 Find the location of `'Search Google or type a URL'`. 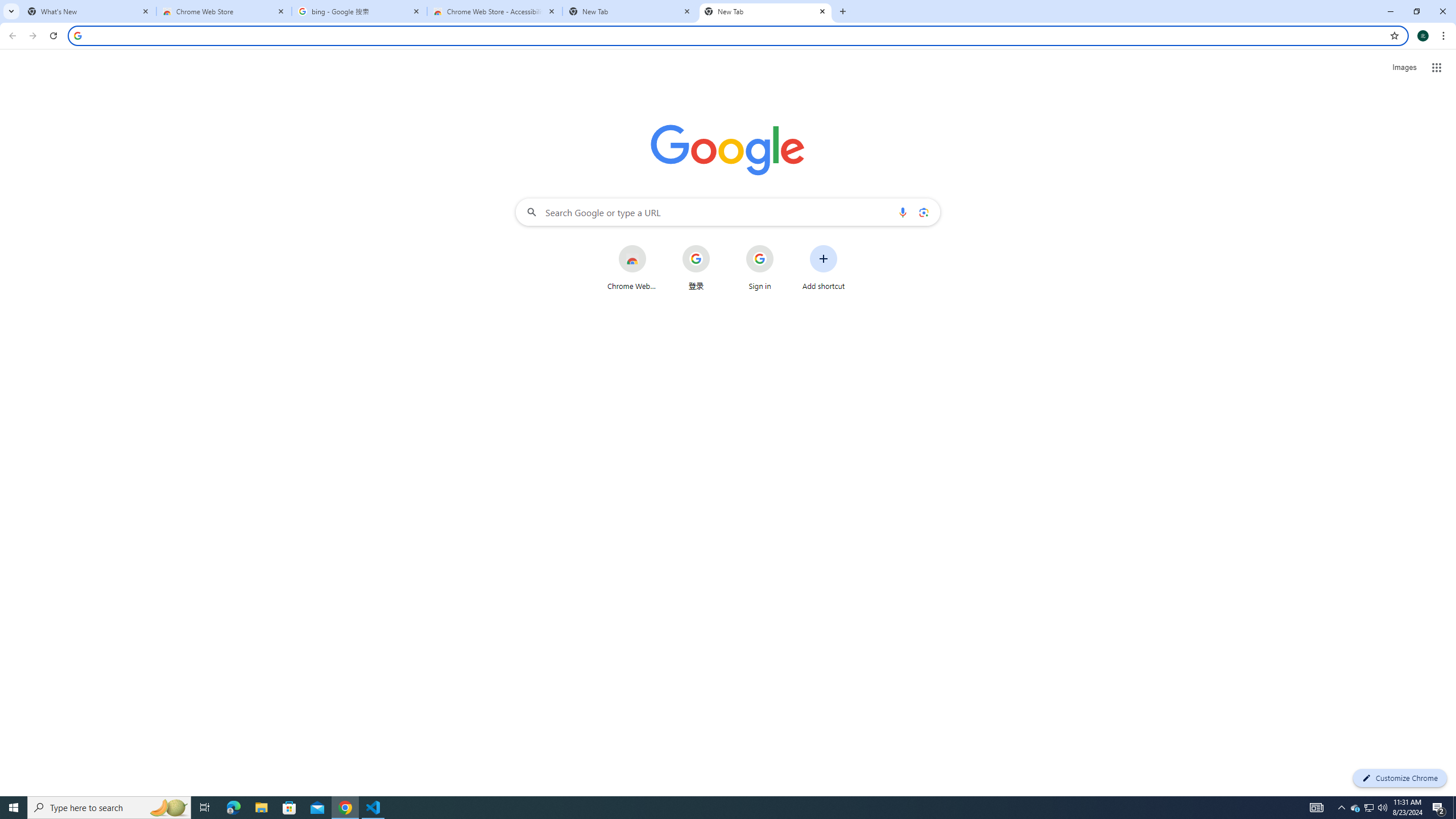

'Search Google or type a URL' is located at coordinates (728, 211).